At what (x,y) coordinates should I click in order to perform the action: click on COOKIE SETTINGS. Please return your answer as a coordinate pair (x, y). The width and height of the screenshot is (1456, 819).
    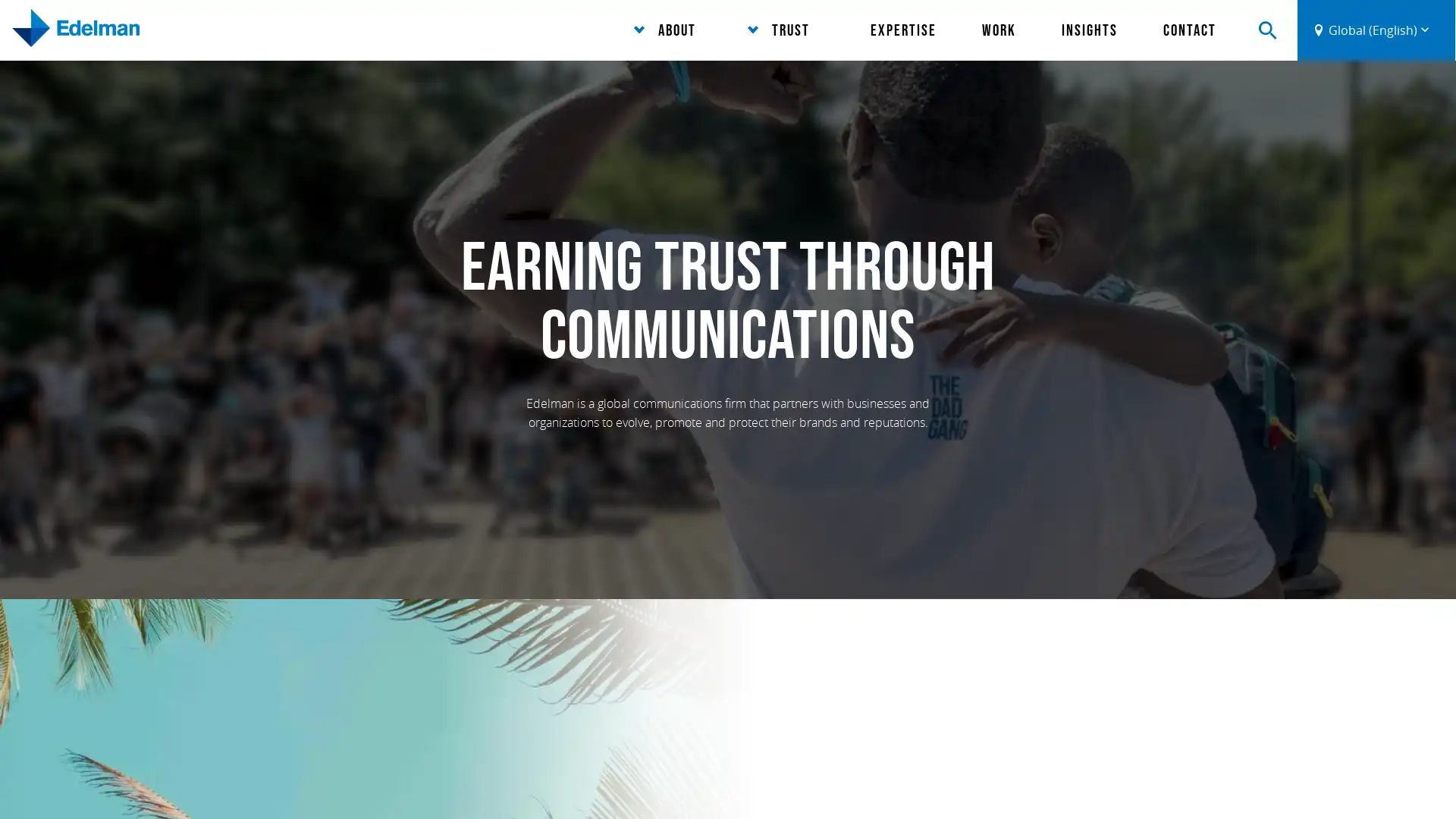
    Looking at the image, I should click on (1362, 781).